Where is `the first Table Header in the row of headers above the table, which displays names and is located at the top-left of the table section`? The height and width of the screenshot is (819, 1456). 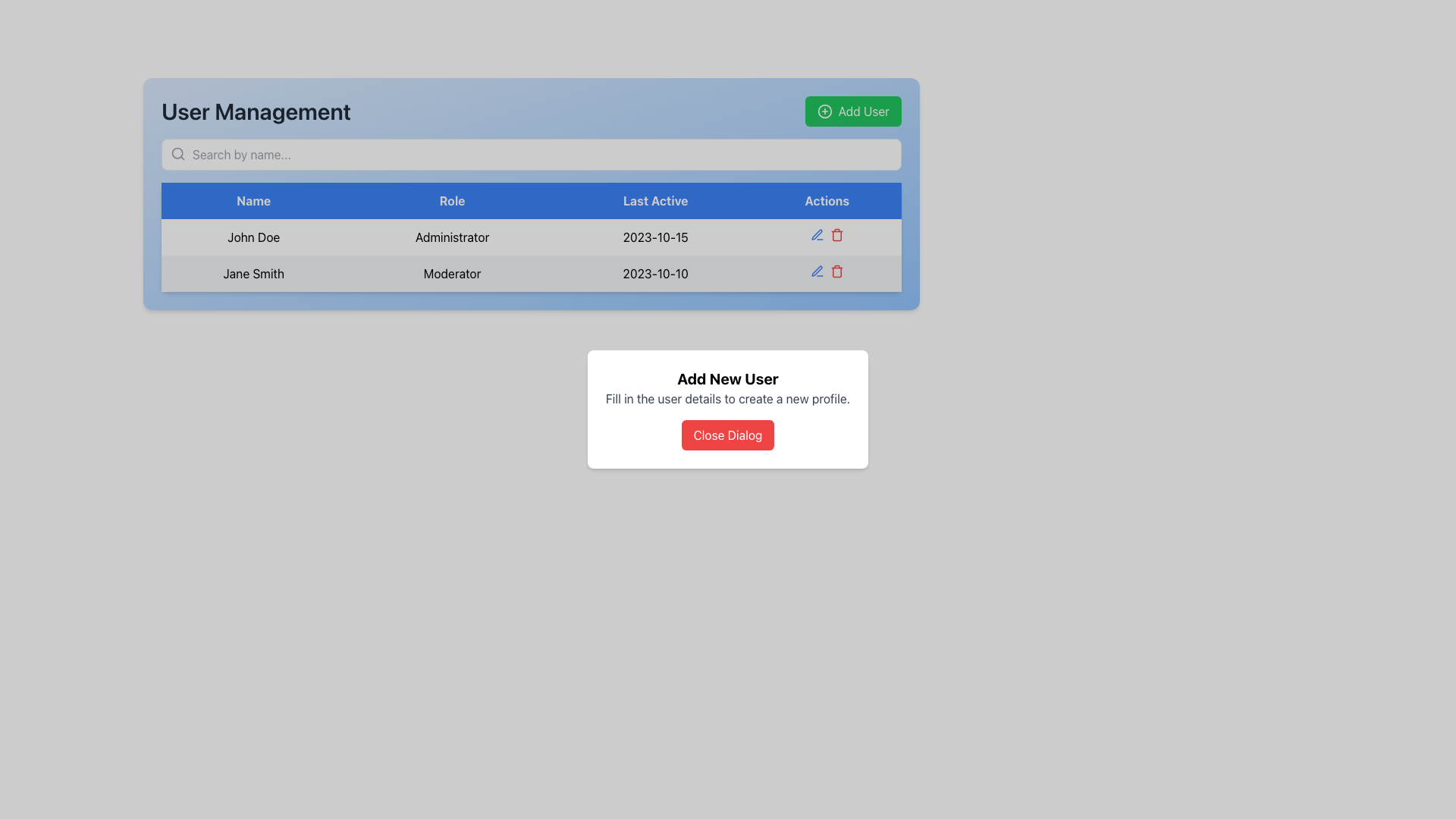 the first Table Header in the row of headers above the table, which displays names and is located at the top-left of the table section is located at coordinates (253, 200).